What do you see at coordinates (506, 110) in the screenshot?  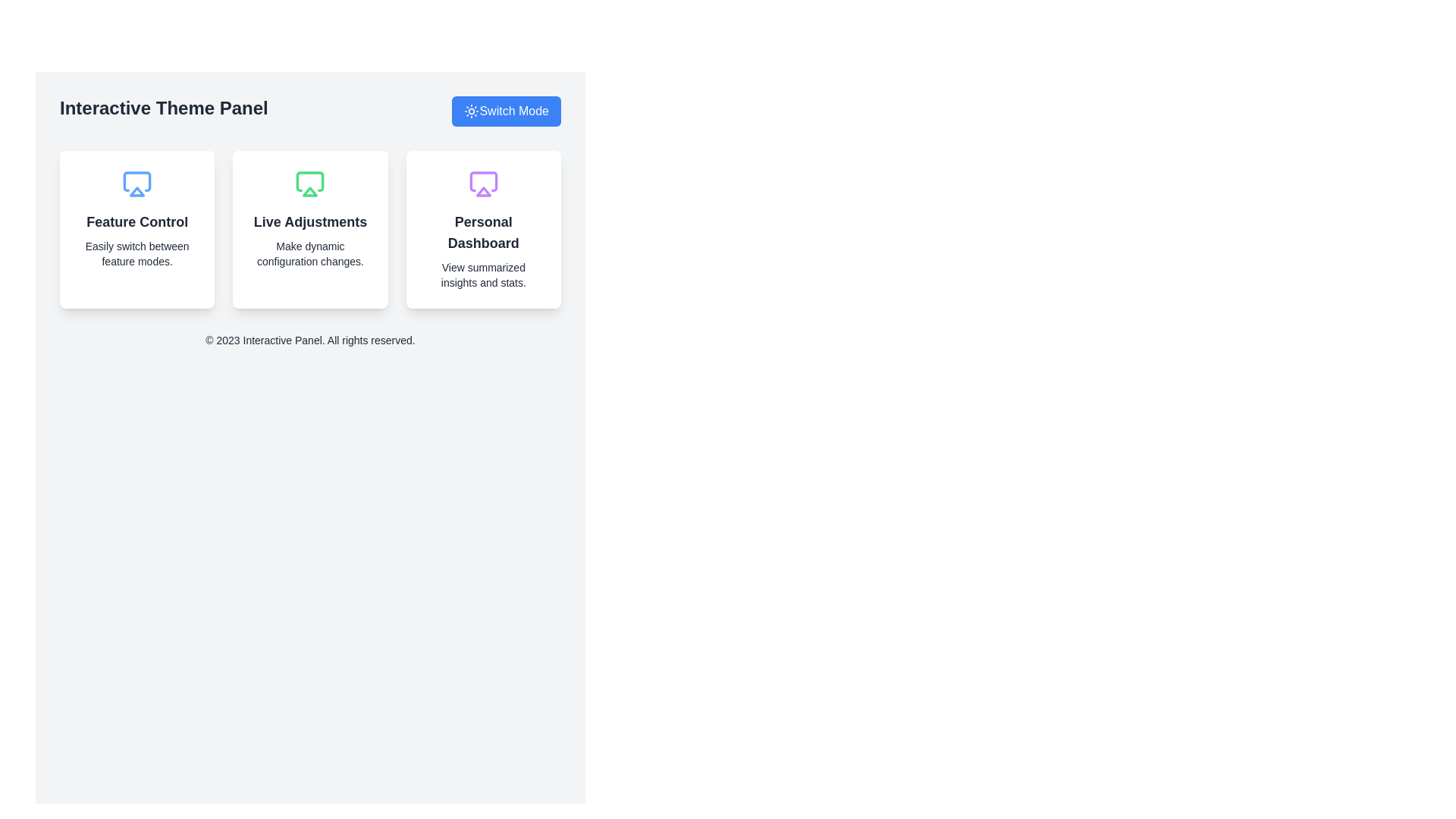 I see `the 'Switch Mode' button with a blue background and white text, located at the top-right corner of the 'Interactive Theme Panel', to switch the mode` at bounding box center [506, 110].